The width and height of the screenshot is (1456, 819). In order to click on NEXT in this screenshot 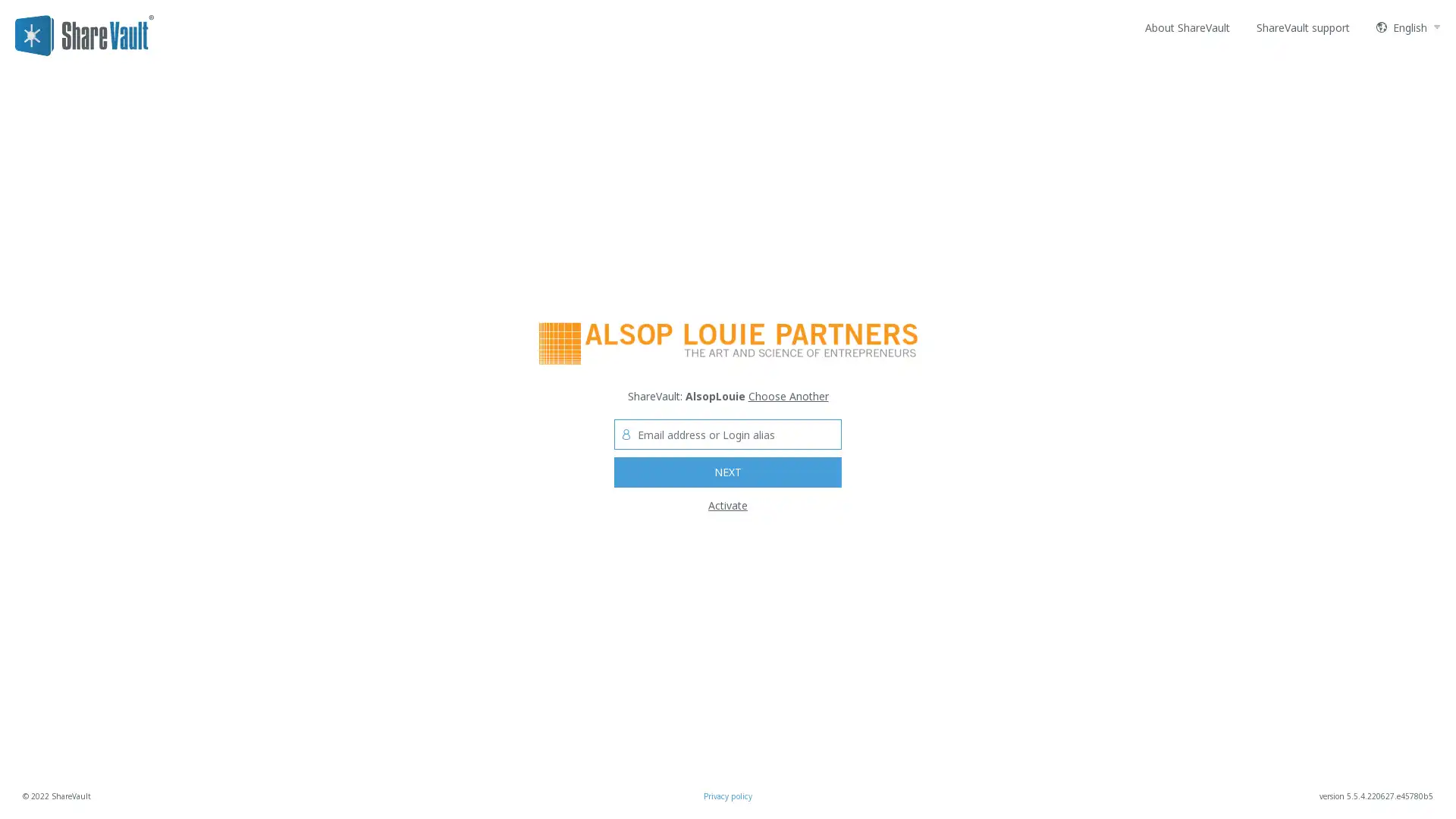, I will do `click(728, 472)`.